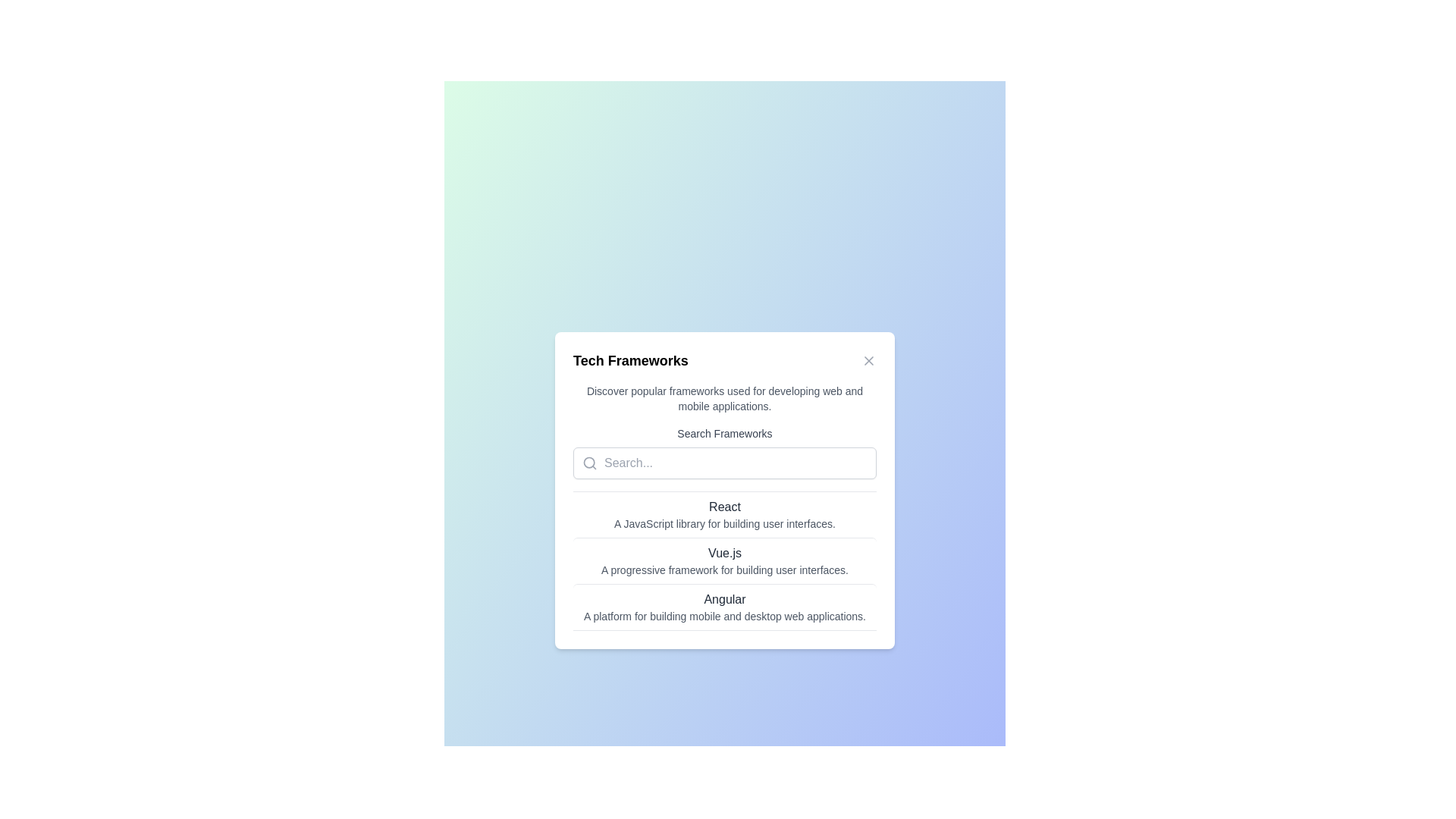 The height and width of the screenshot is (819, 1456). What do you see at coordinates (723, 617) in the screenshot?
I see `the descriptive text element that provides information about the Angular framework, positioned directly under the 'Angular' text and centrally aligned within the modal` at bounding box center [723, 617].